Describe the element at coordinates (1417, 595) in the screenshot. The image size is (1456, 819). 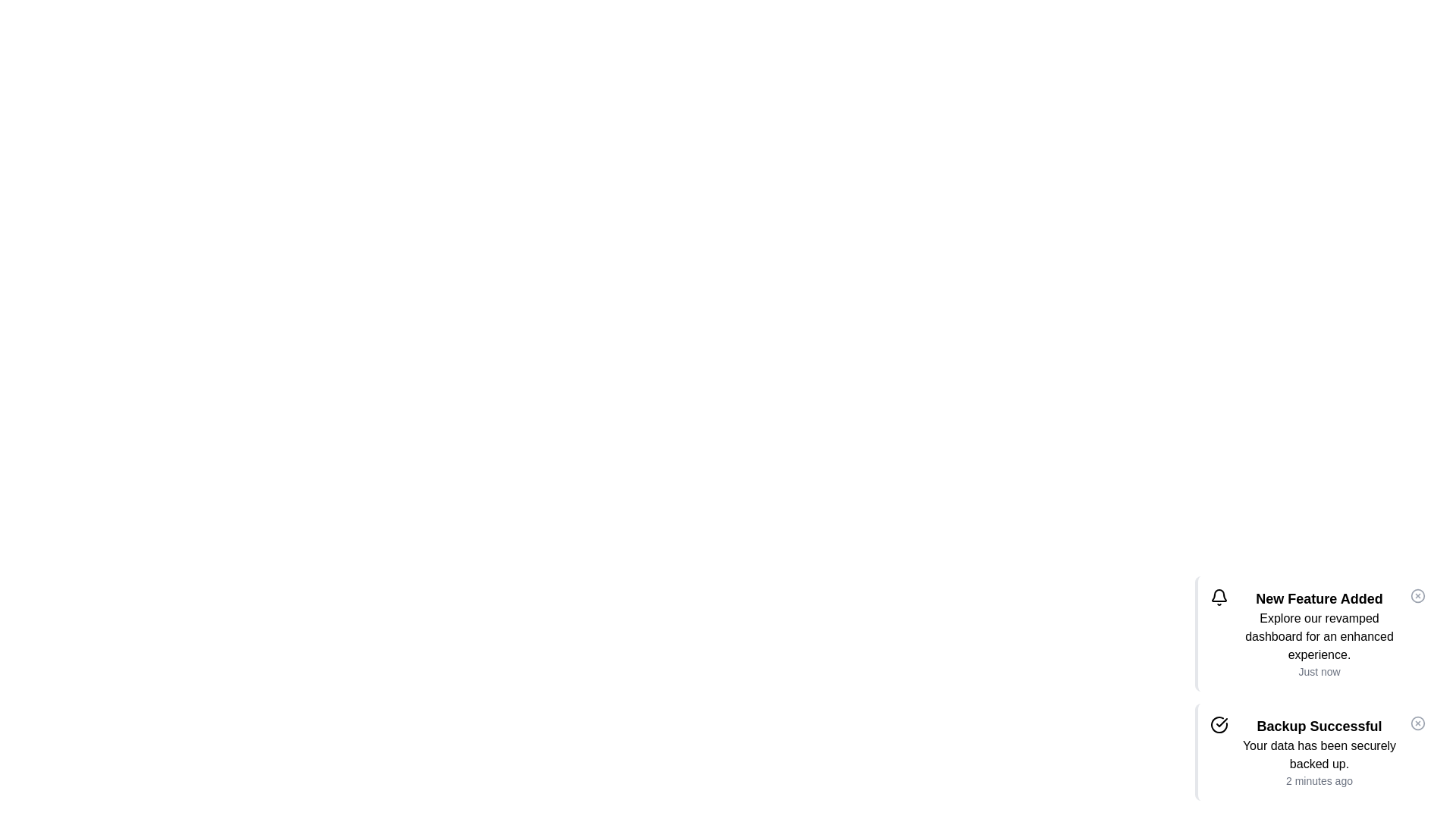
I see `the close button of the notification to dismiss it` at that location.